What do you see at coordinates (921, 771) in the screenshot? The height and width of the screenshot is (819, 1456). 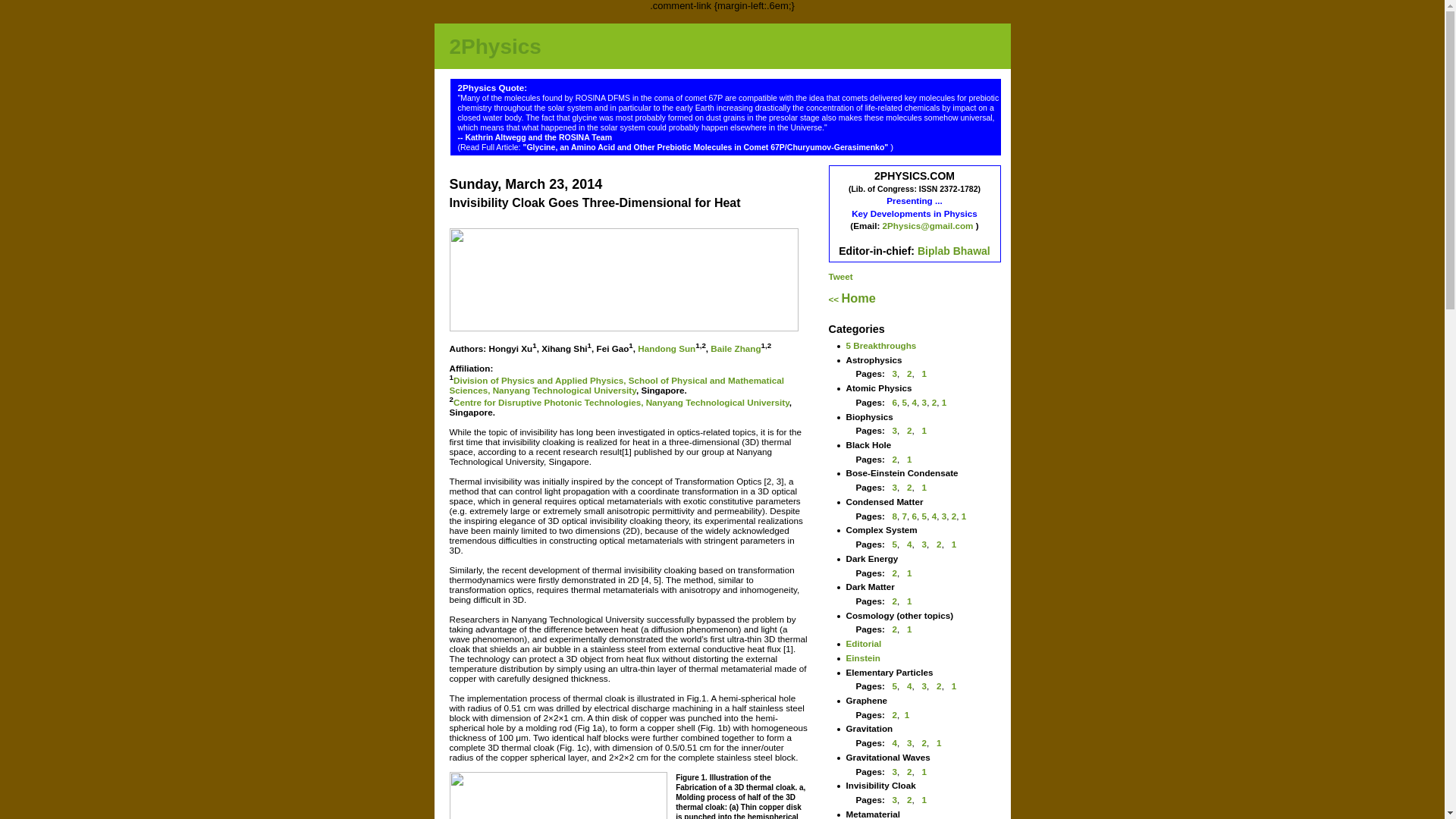 I see `'1'` at bounding box center [921, 771].